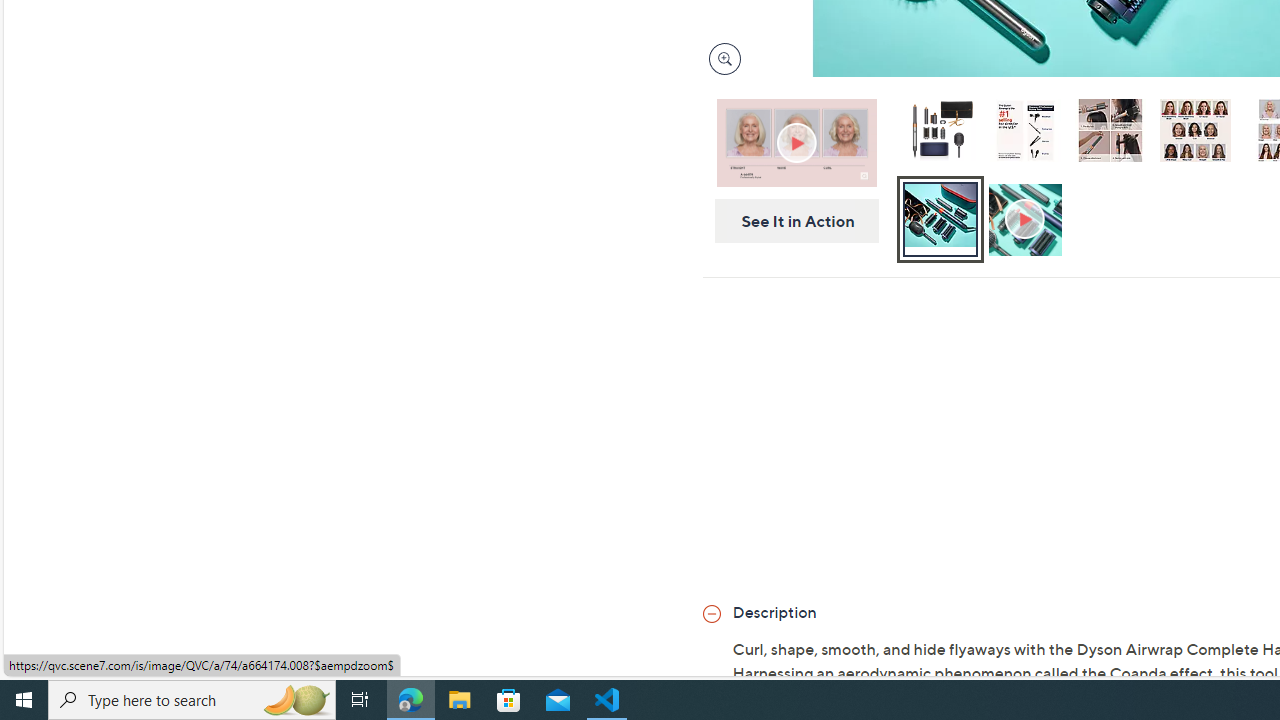 This screenshot has width=1280, height=720. Describe the element at coordinates (720, 58) in the screenshot. I see `'Zoom product image, opens image gallery dialog'` at that location.